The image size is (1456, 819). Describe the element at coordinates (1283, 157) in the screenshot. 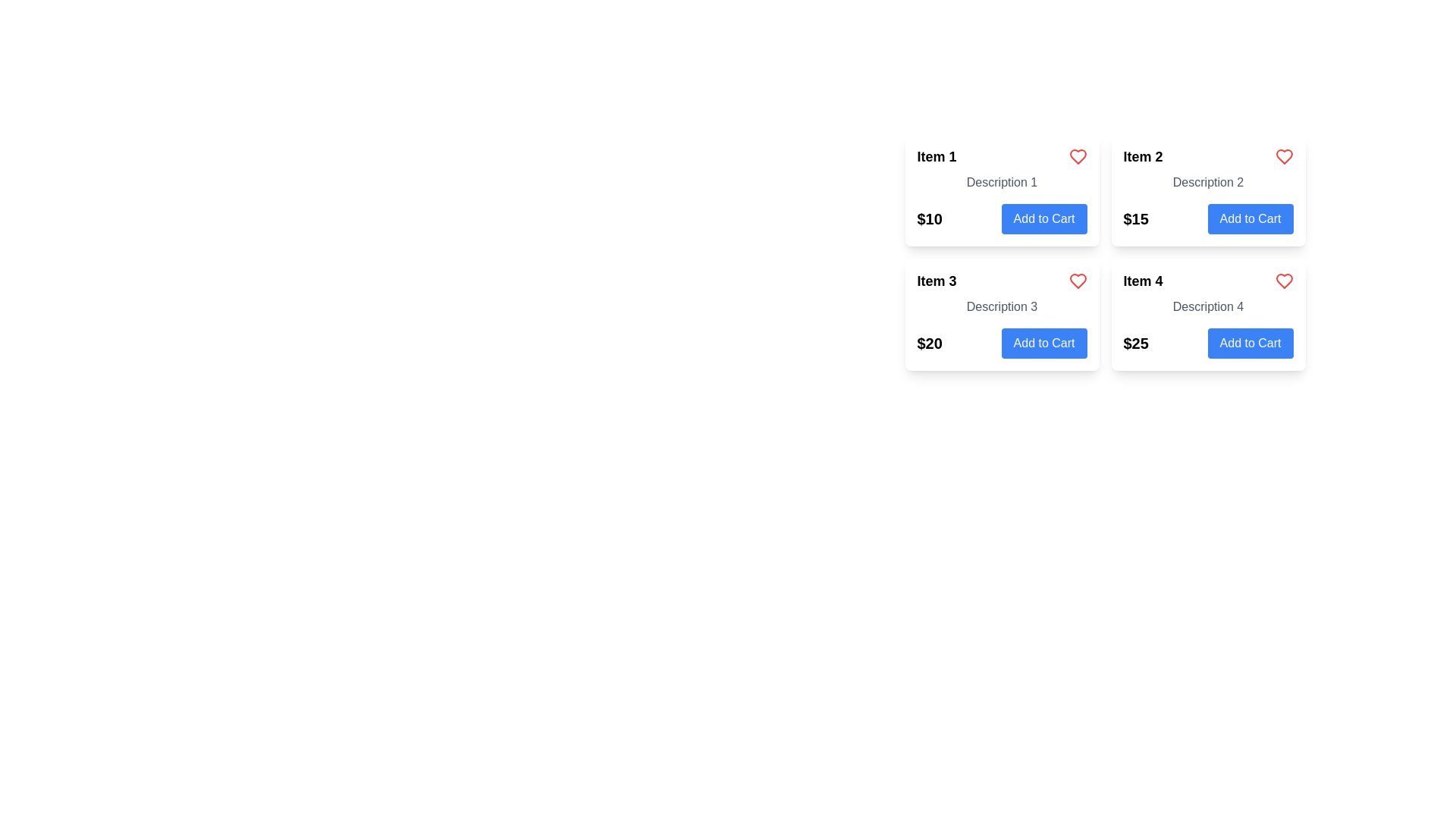

I see `the heart-shaped icon located at the top-right corner of the second item card in the grid layout` at that location.